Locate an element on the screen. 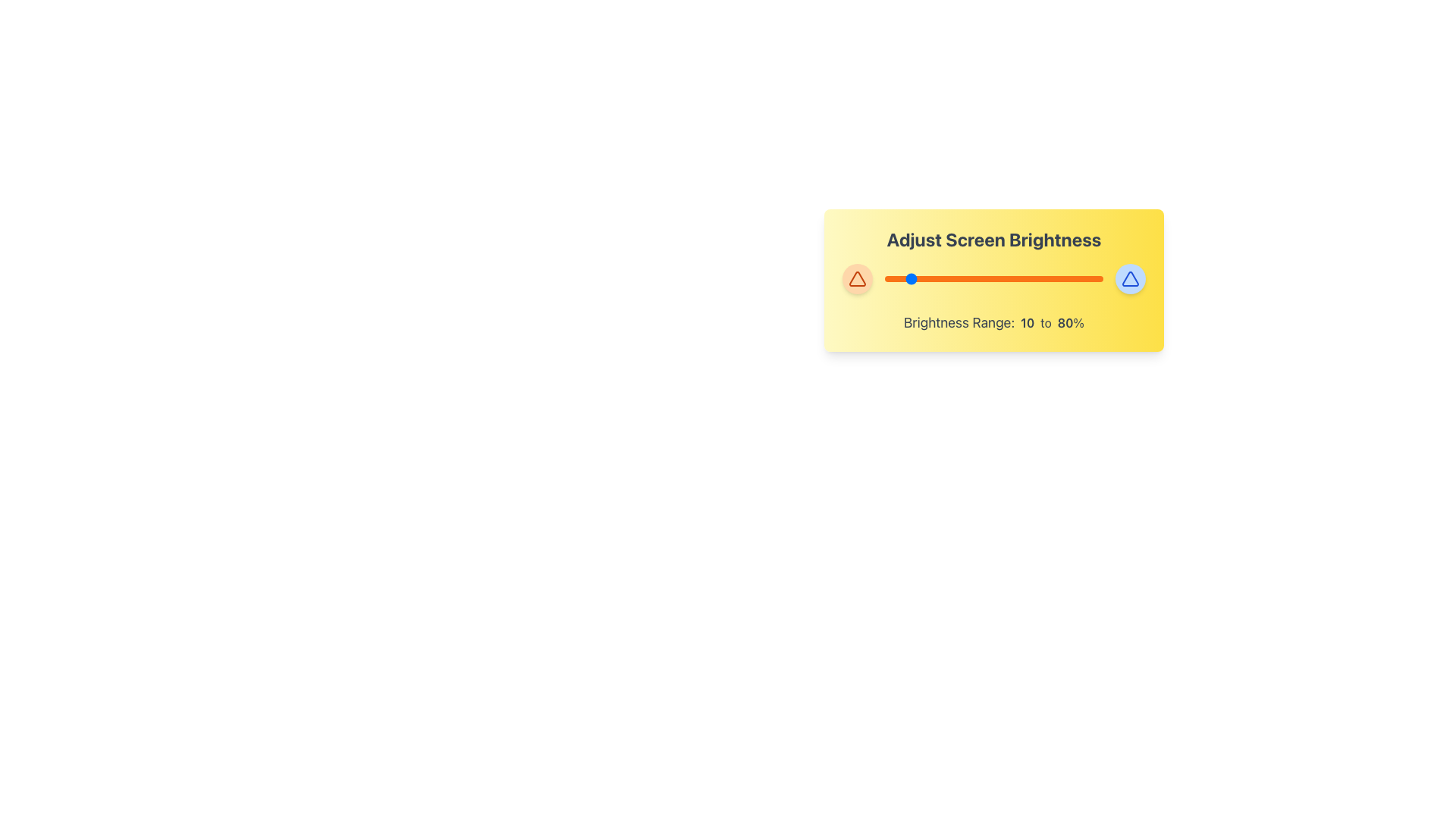 This screenshot has width=1456, height=819. the text element displaying 'to', which is located between the numeric values 10 and 80 in the brightness range text is located at coordinates (1045, 322).